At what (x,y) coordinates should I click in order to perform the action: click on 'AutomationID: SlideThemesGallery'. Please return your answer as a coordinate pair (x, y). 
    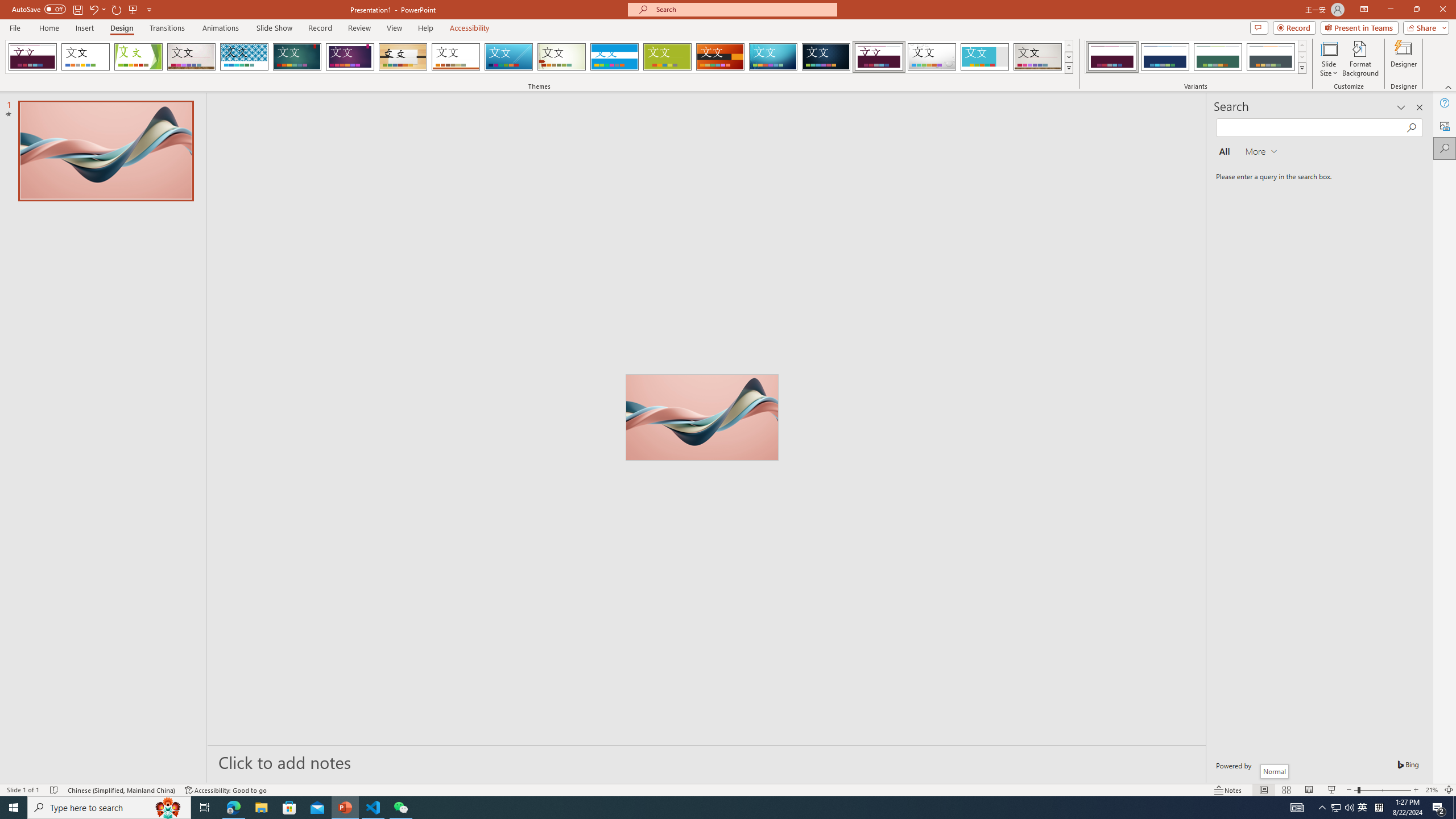
    Looking at the image, I should click on (539, 56).